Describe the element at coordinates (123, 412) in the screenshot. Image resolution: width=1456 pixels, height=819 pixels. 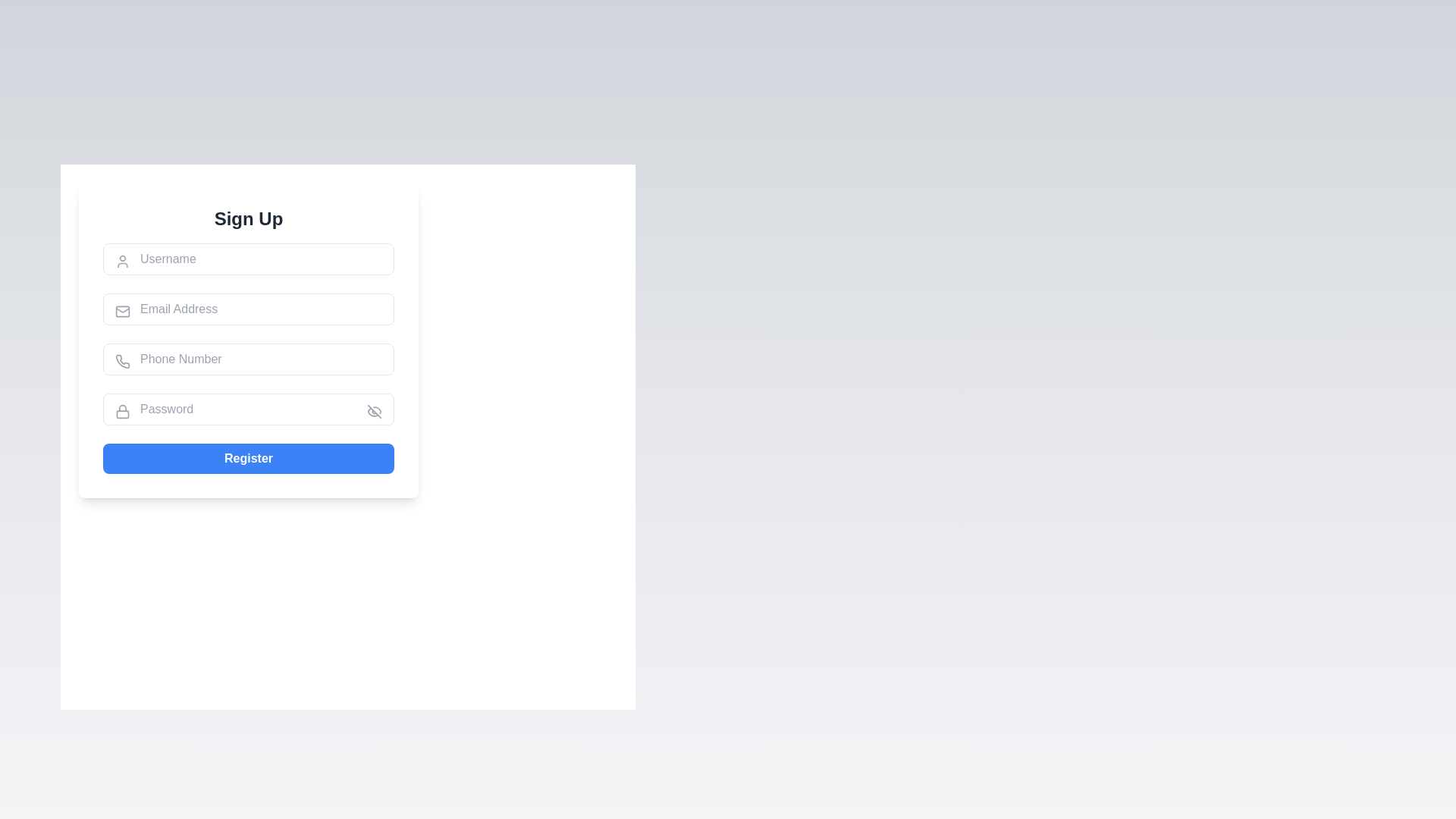
I see `the small grey lock icon with rounded edges inside the 'Password' input field, which is positioned towards the left of the text entry area` at that location.